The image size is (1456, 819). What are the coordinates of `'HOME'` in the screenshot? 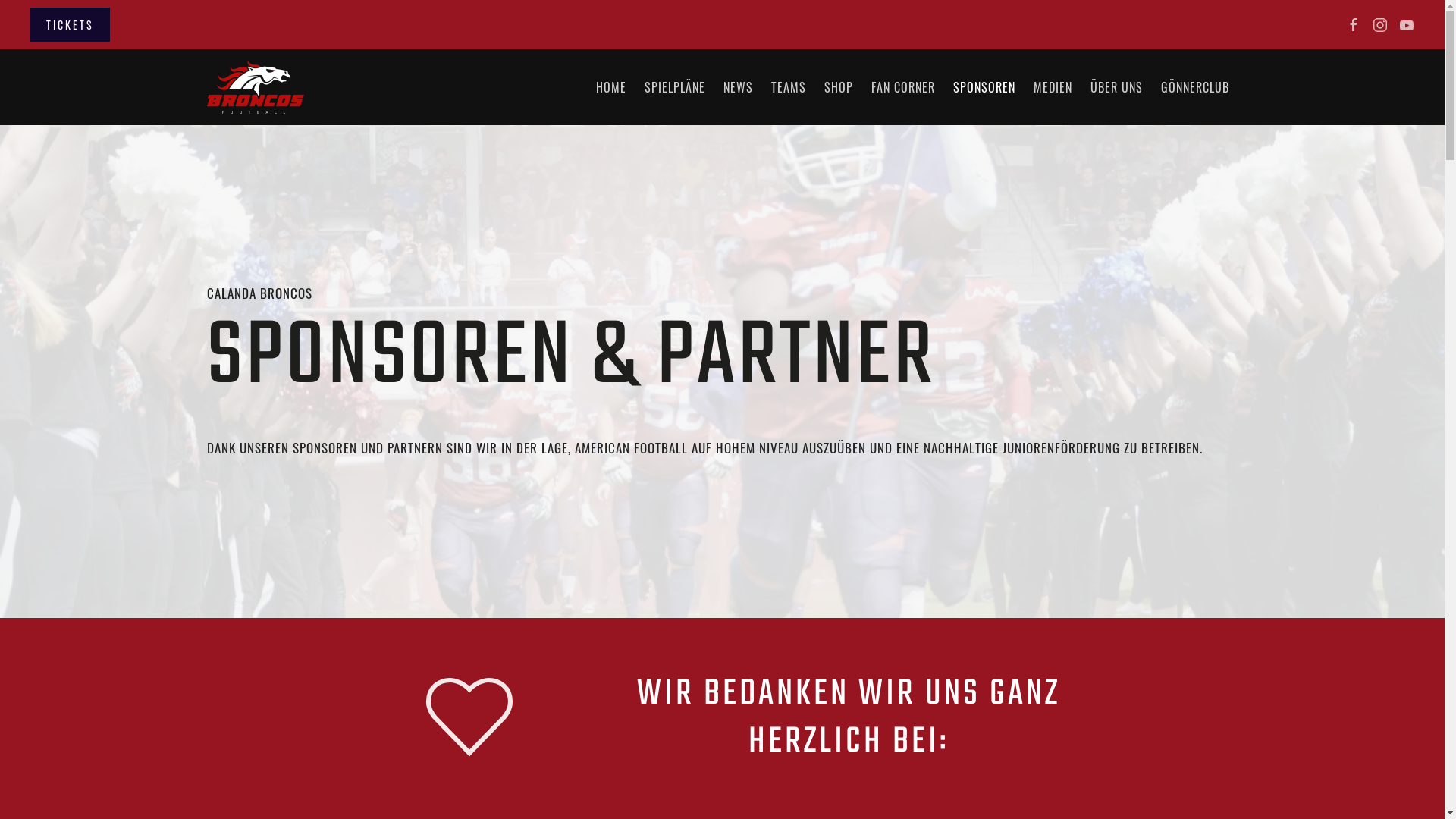 It's located at (585, 87).